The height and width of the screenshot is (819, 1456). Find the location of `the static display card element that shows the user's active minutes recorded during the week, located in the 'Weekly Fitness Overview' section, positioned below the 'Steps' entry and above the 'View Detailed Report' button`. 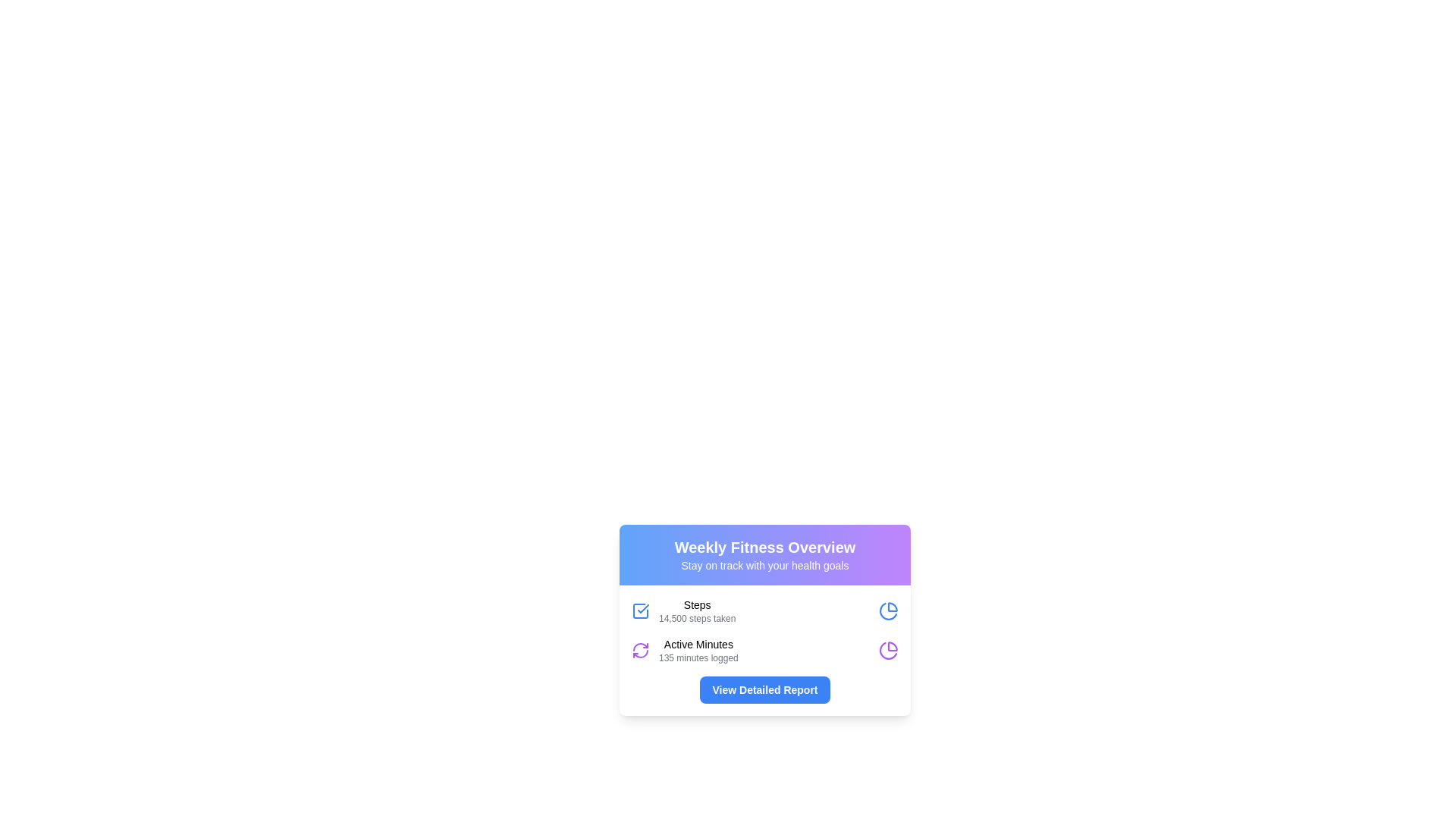

the static display card element that shows the user's active minutes recorded during the week, located in the 'Weekly Fitness Overview' section, positioned below the 'Steps' entry and above the 'View Detailed Report' button is located at coordinates (684, 649).